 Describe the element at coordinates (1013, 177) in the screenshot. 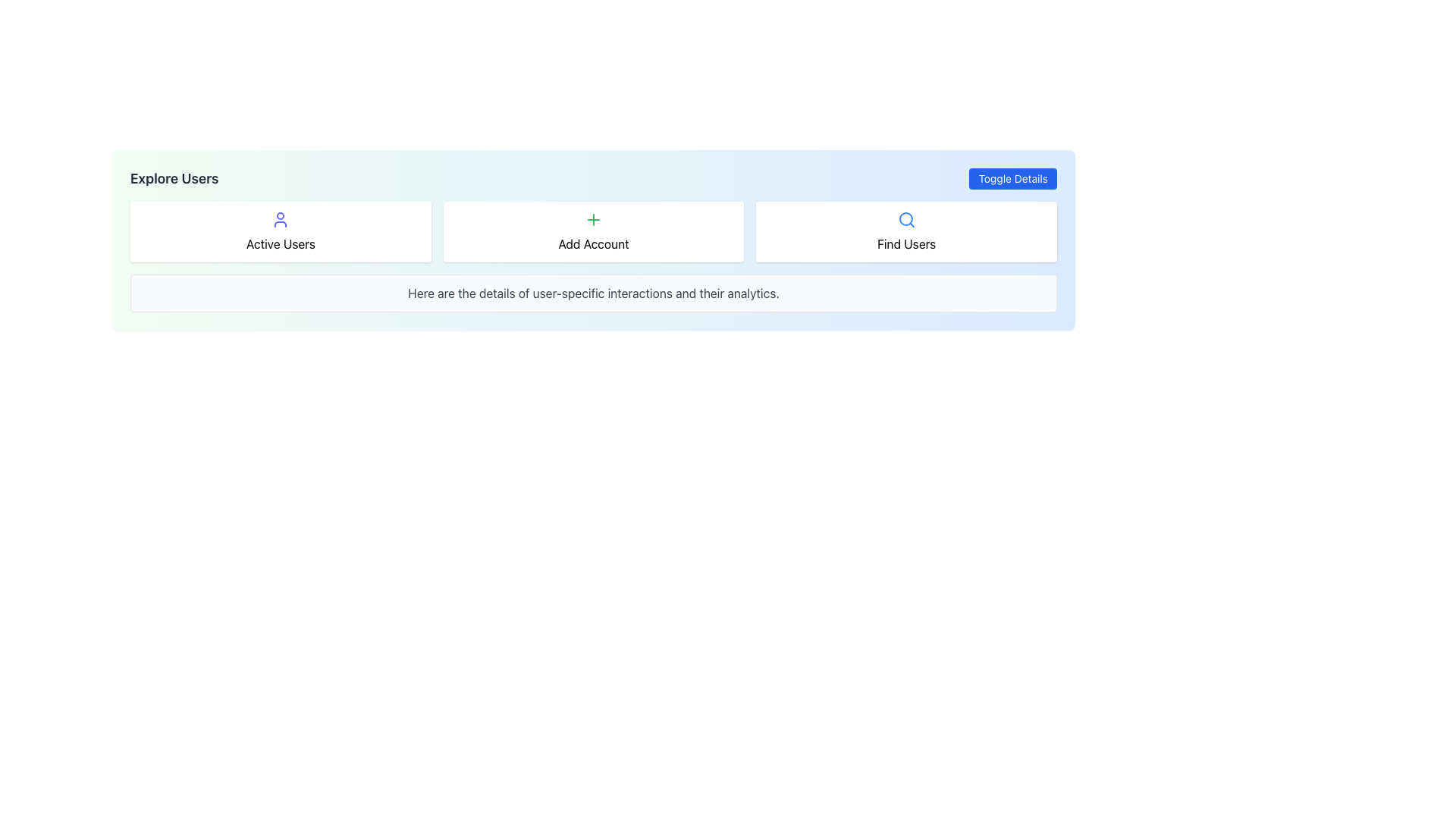

I see `the 'Toggle Details' button` at that location.